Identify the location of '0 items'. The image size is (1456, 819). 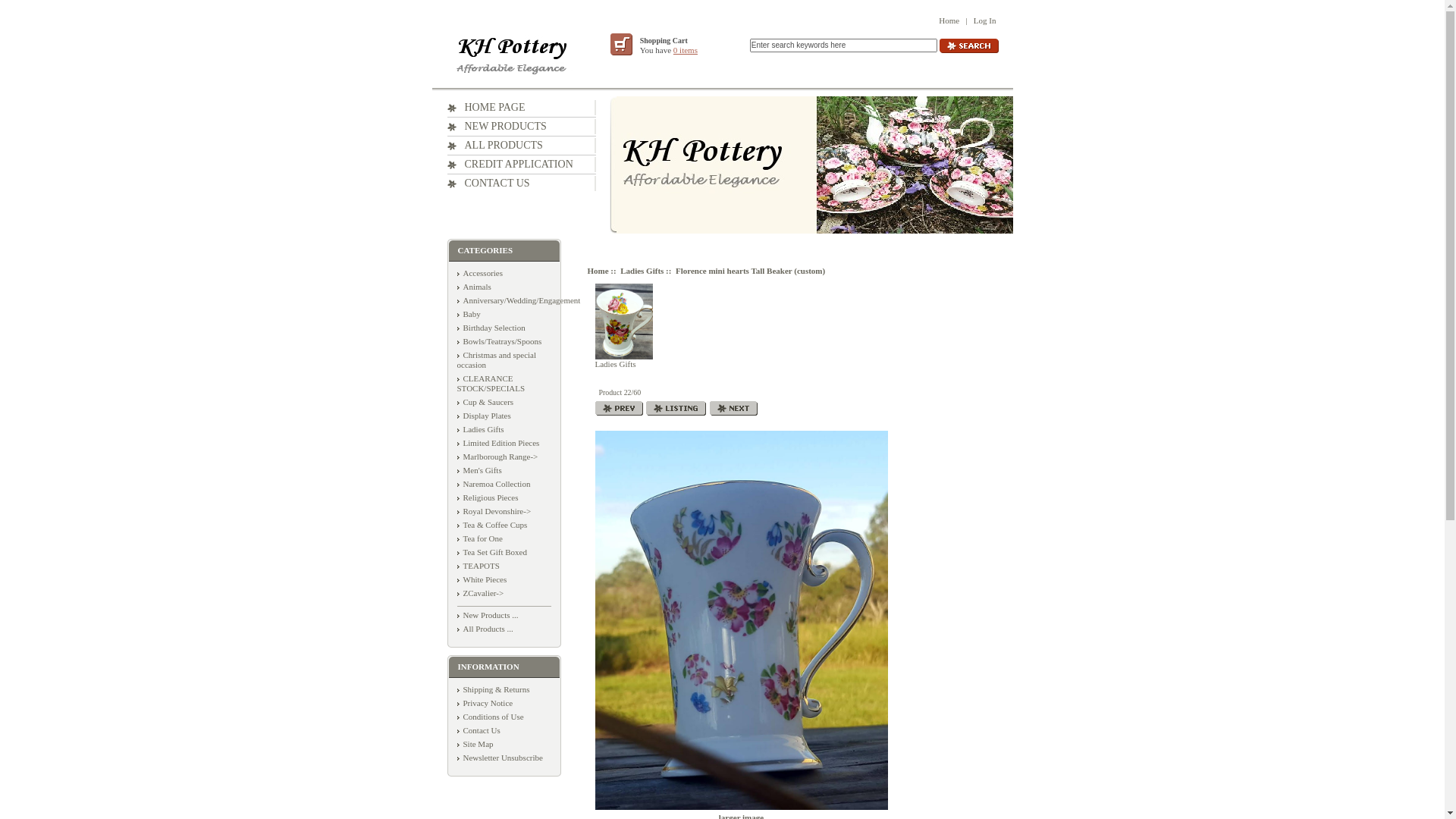
(684, 49).